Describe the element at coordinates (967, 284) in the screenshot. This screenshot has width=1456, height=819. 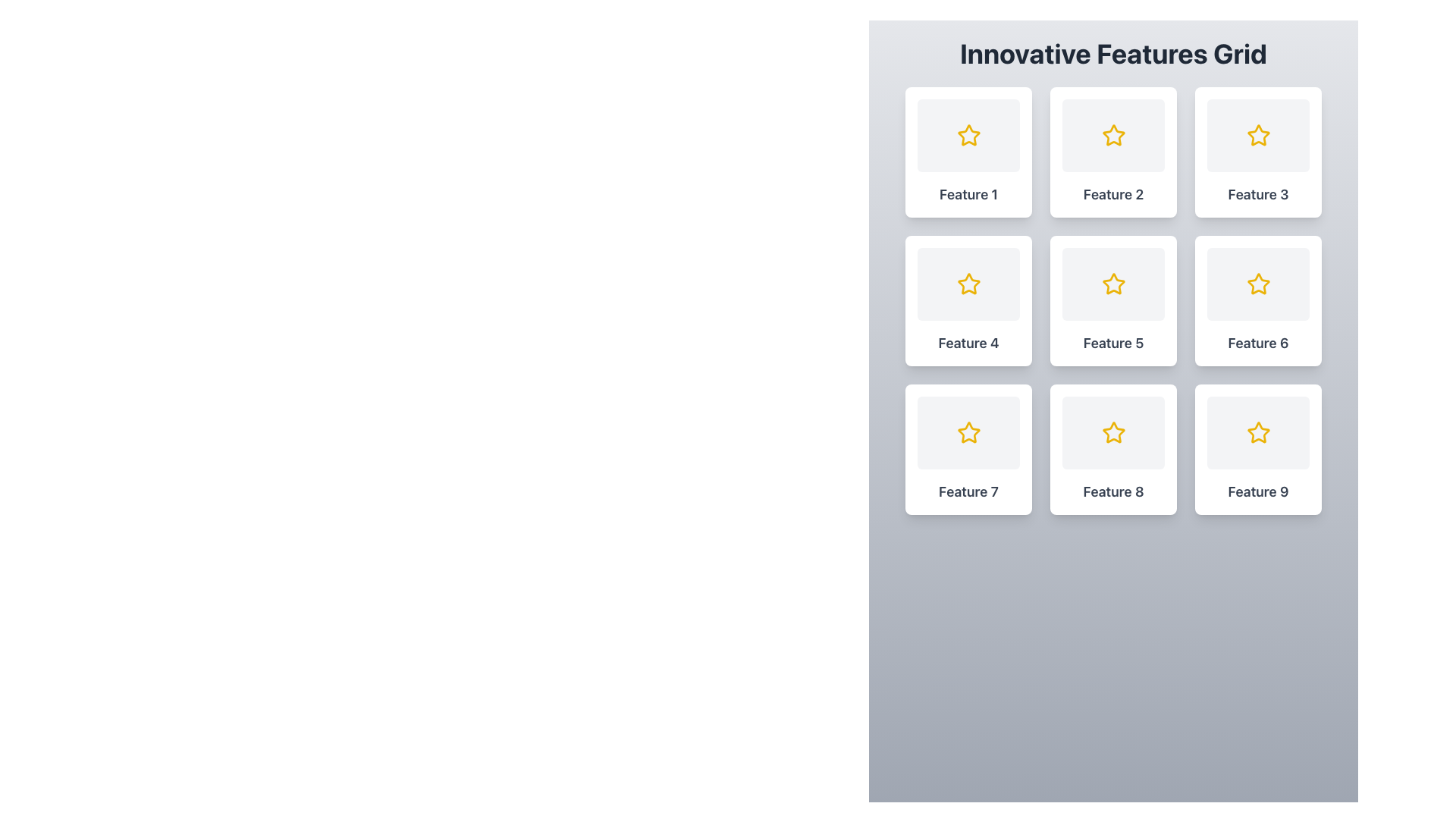
I see `the star-shaped graphic icon located` at that location.